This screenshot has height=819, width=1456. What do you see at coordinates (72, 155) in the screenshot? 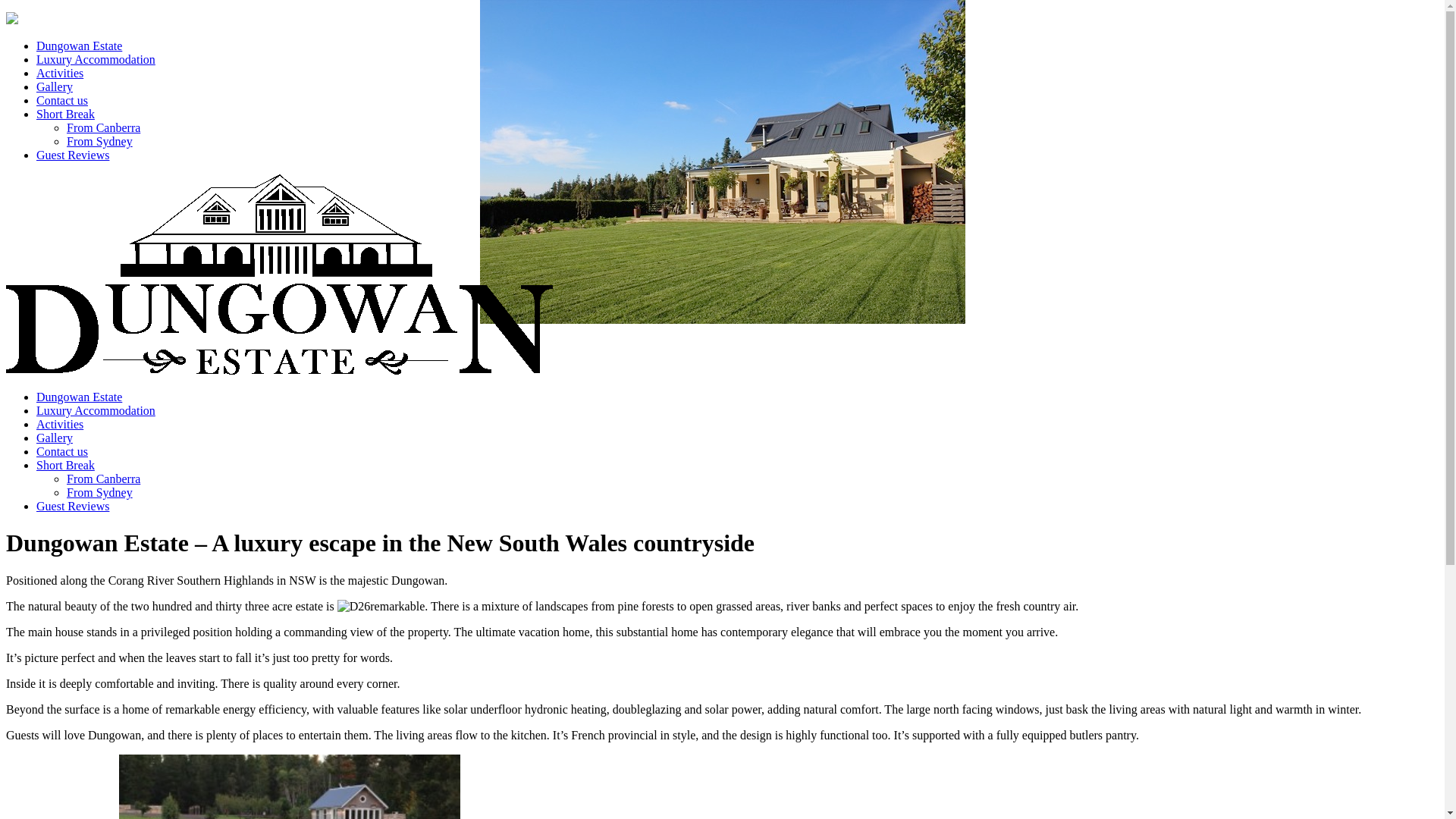
I see `'Guest Reviews'` at bounding box center [72, 155].